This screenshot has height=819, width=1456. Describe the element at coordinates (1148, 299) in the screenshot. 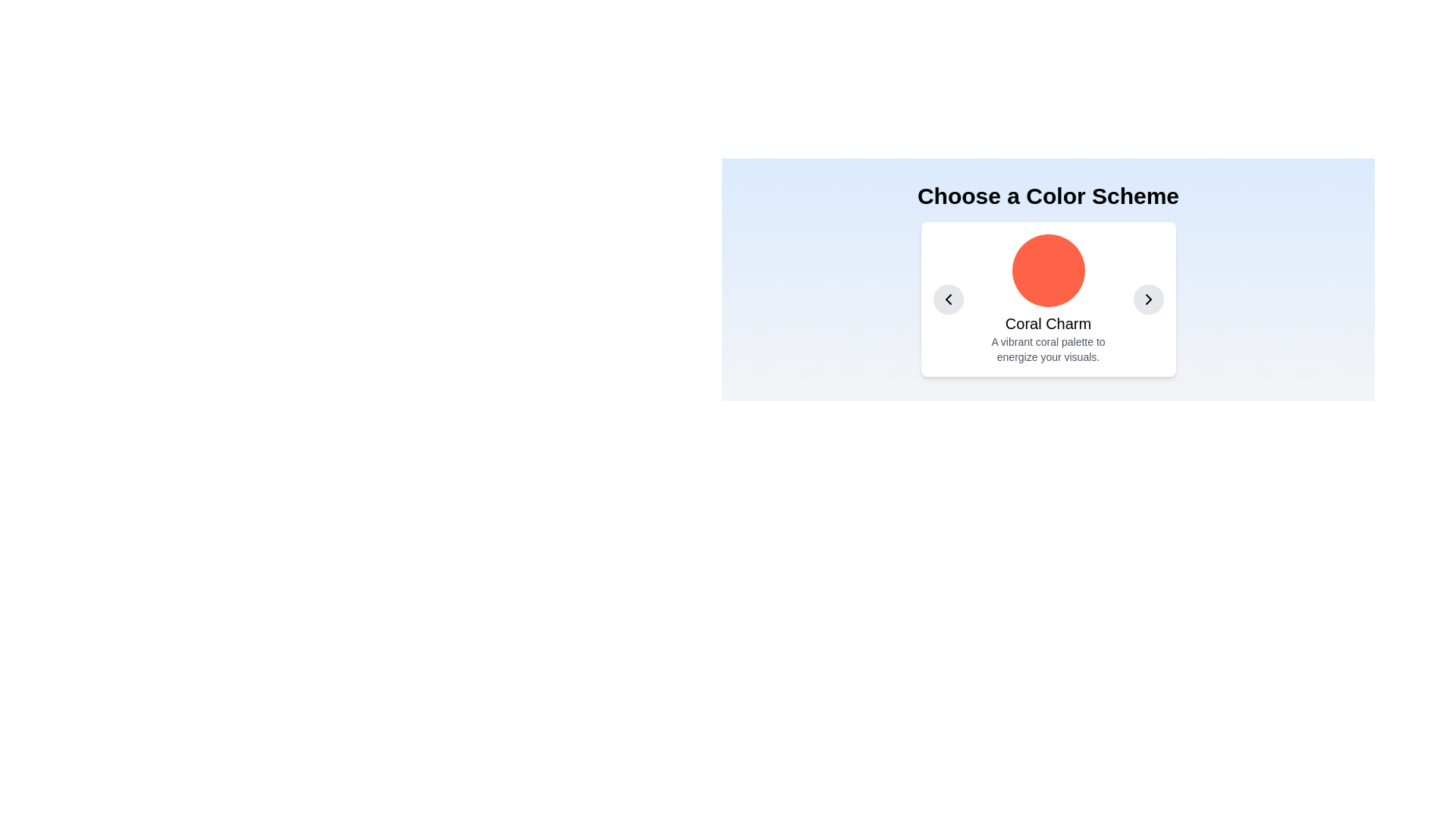

I see `the circular button with a light gray background and a right-pointing chevron symbol inside to observe the background change effect` at that location.